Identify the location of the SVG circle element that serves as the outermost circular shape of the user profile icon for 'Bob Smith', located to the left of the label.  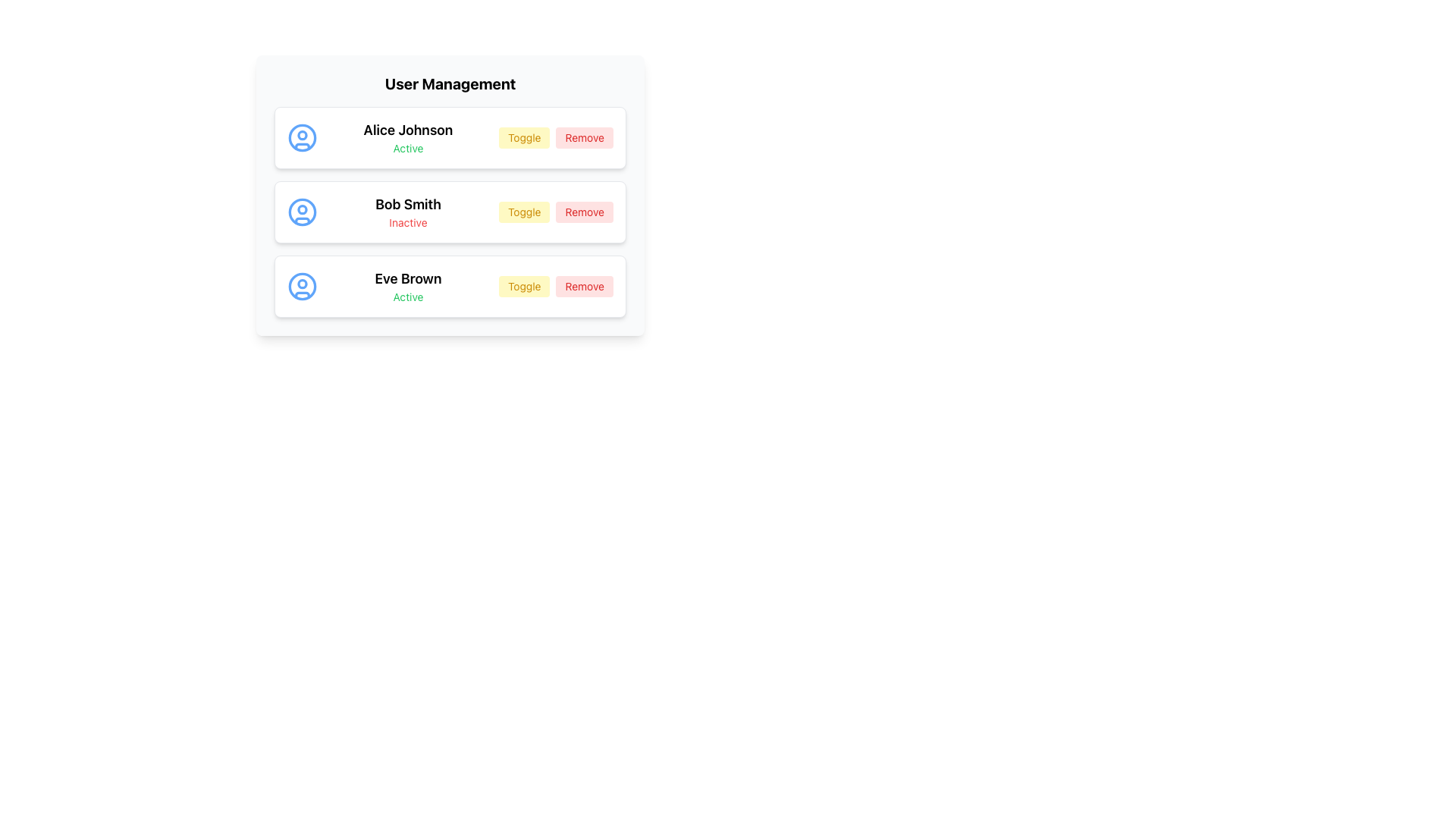
(302, 212).